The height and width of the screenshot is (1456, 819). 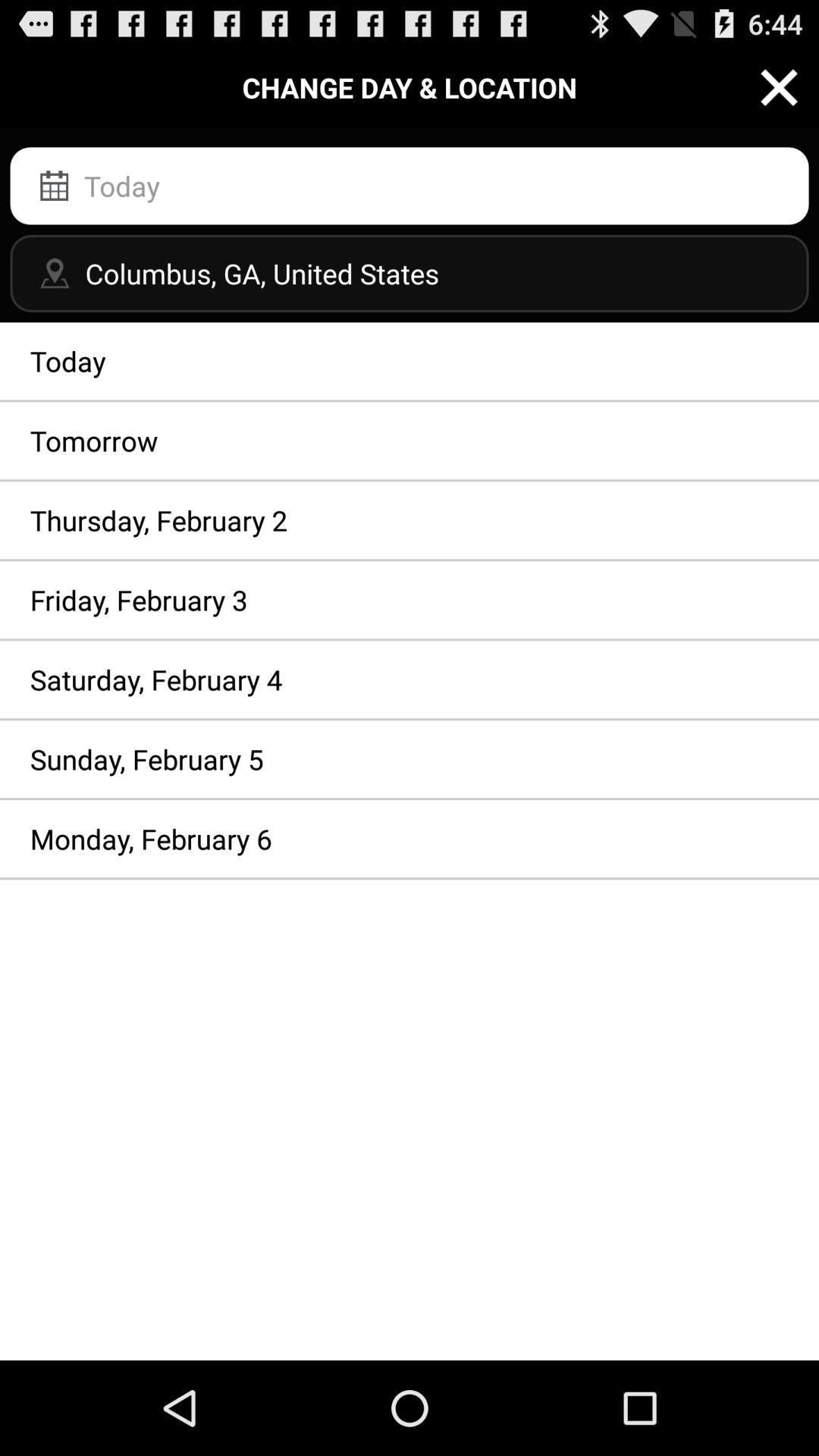 What do you see at coordinates (779, 86) in the screenshot?
I see `item to the right of the change day & location` at bounding box center [779, 86].